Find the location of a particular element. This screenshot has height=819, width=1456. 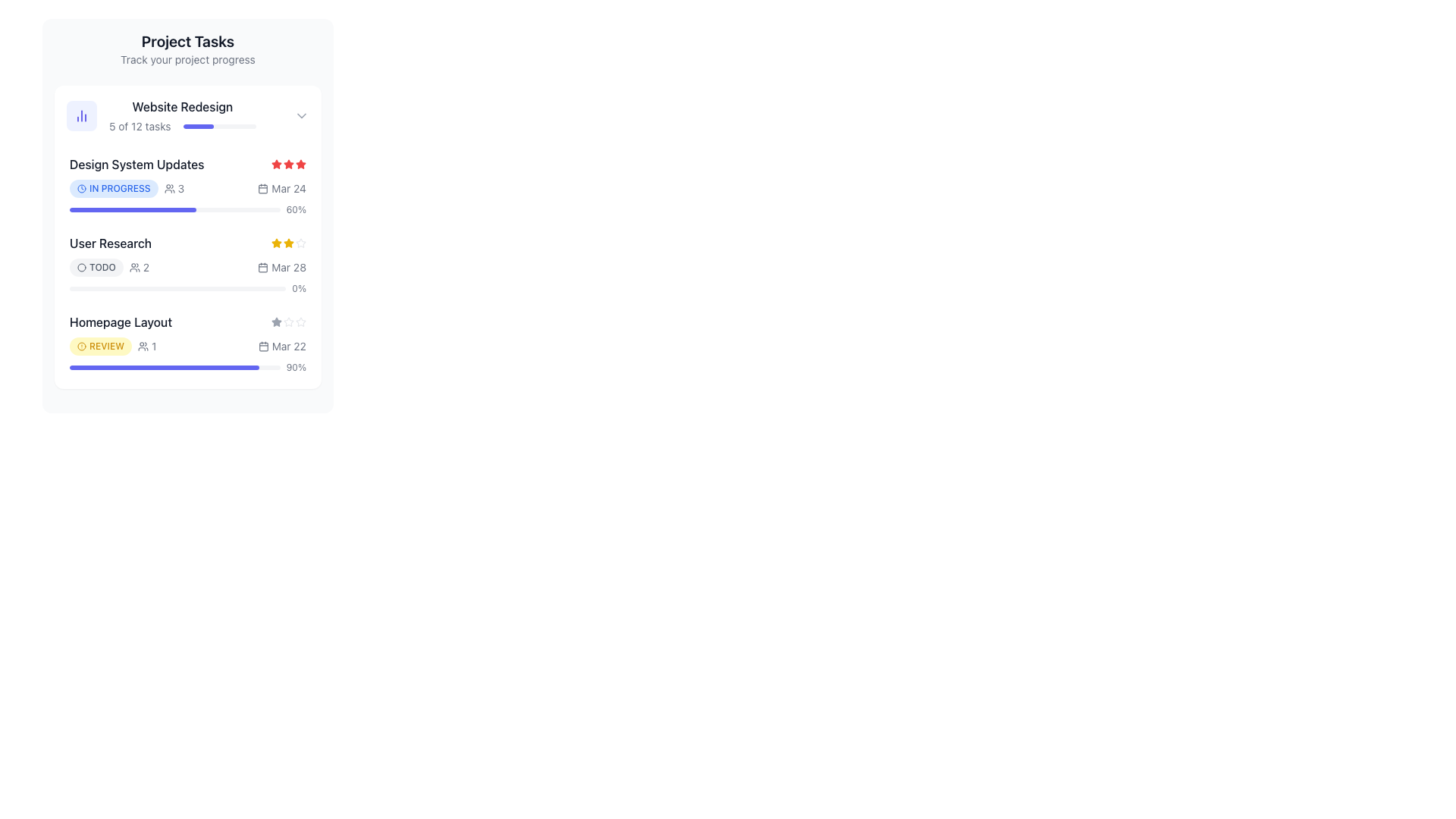

the second yellow star icon in the rating system is located at coordinates (288, 242).